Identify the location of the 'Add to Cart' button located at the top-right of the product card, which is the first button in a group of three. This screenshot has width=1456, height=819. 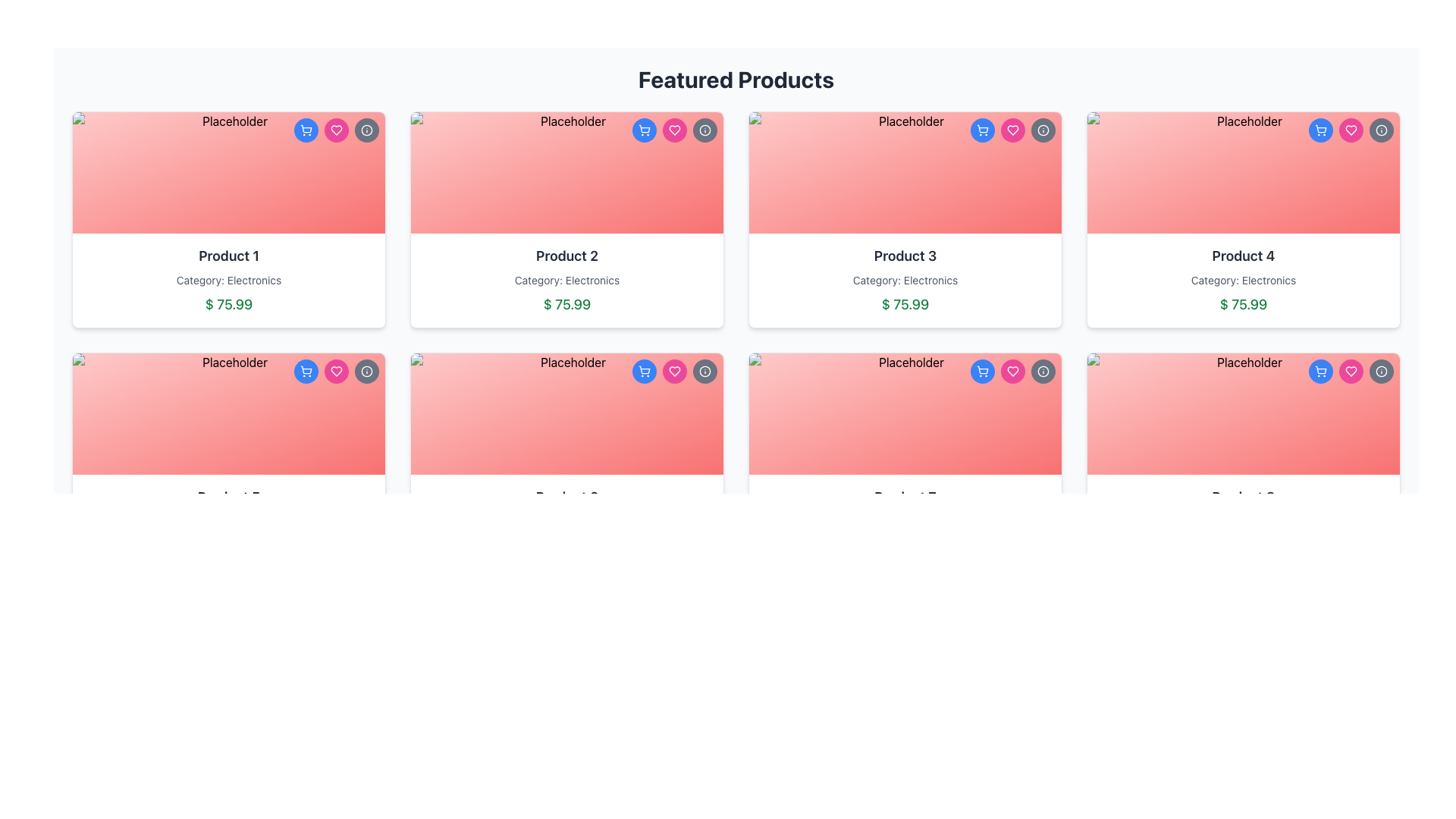
(305, 371).